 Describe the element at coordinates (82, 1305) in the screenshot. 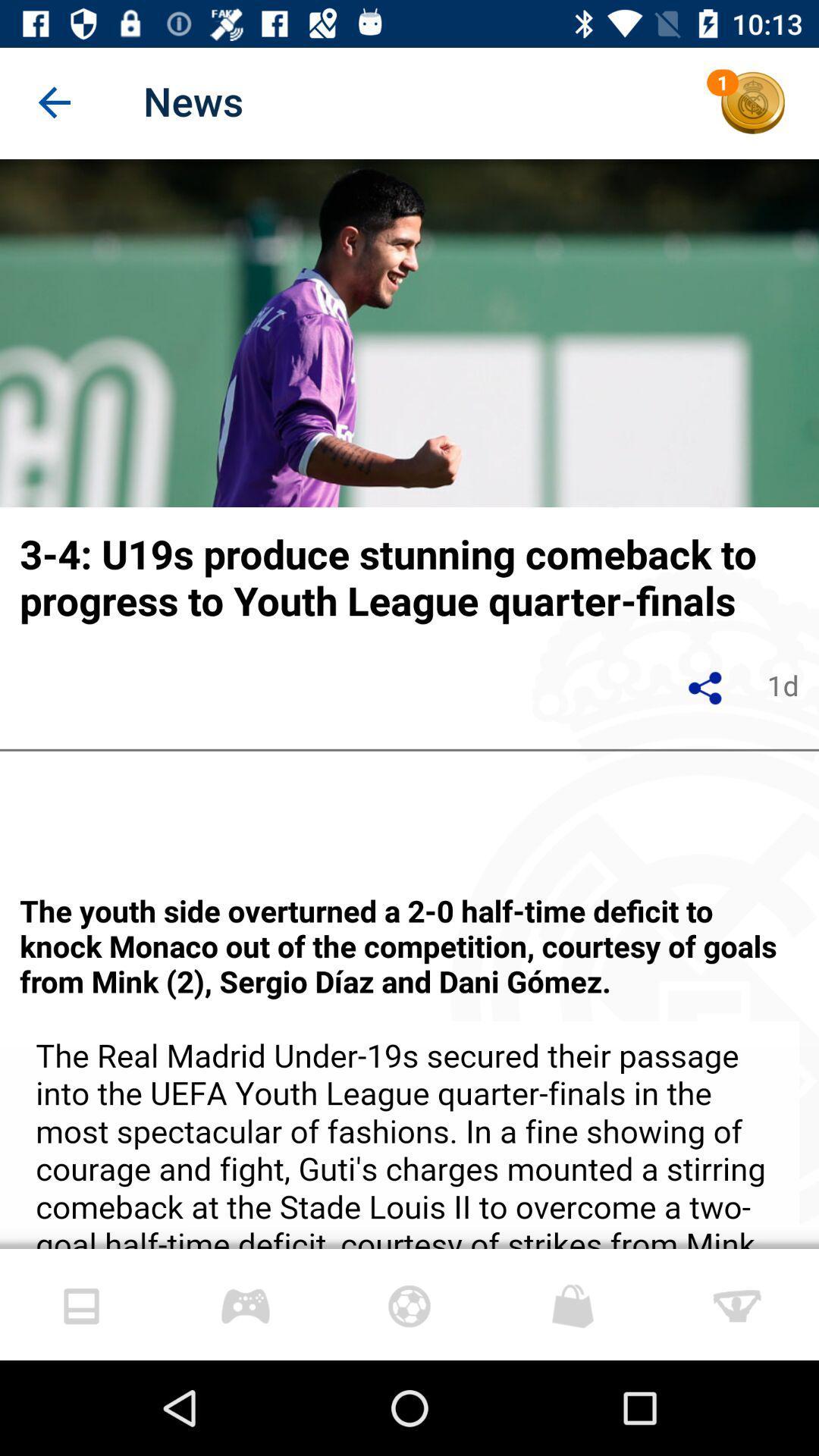

I see `the first icon which is above the navigation bar` at that location.